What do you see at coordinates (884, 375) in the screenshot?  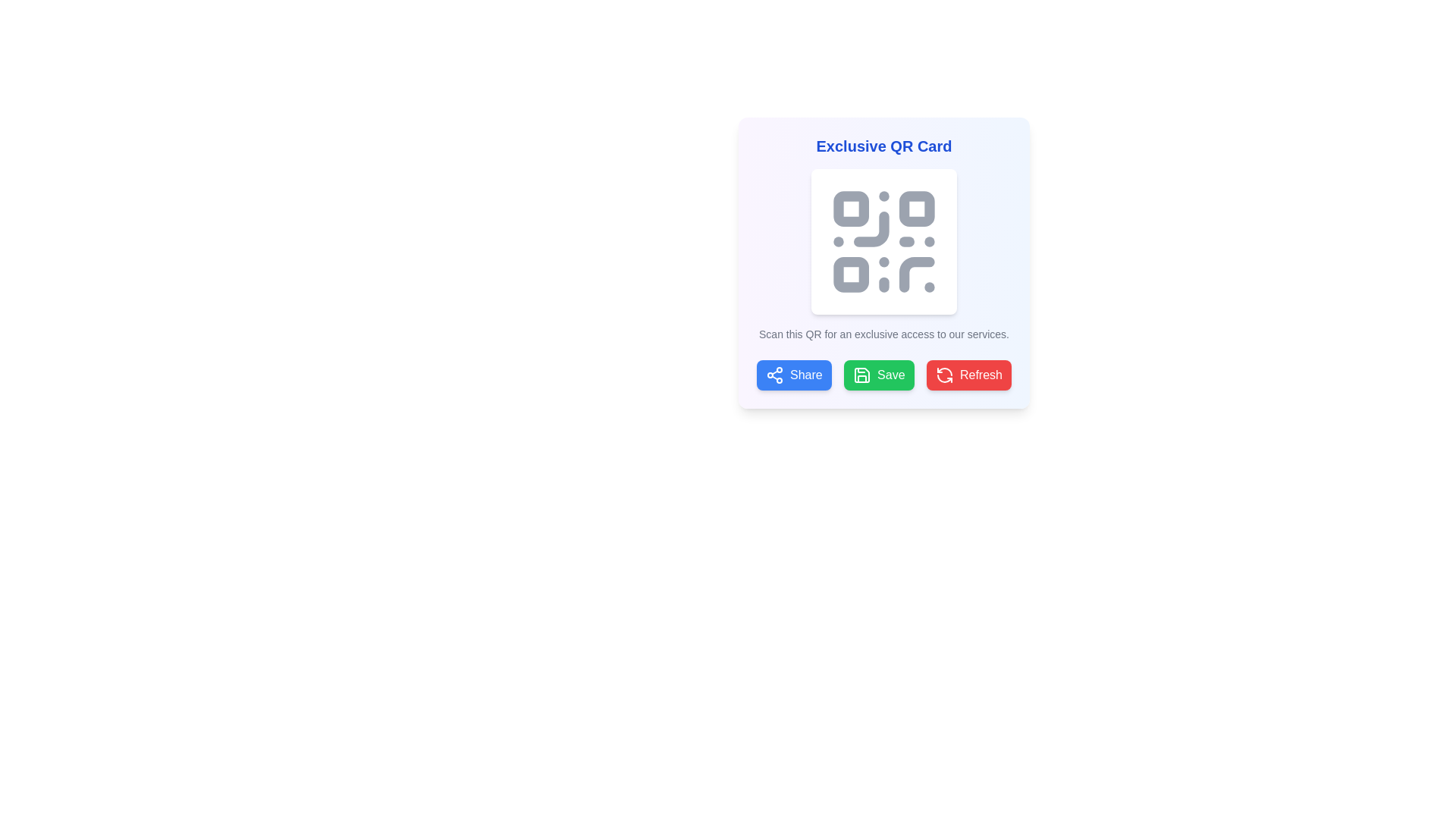 I see `the 'Save' button, which is a green rectangular button with white text and a floppy disk icon, located at the bottom of the 'Exclusive QR Card'` at bounding box center [884, 375].